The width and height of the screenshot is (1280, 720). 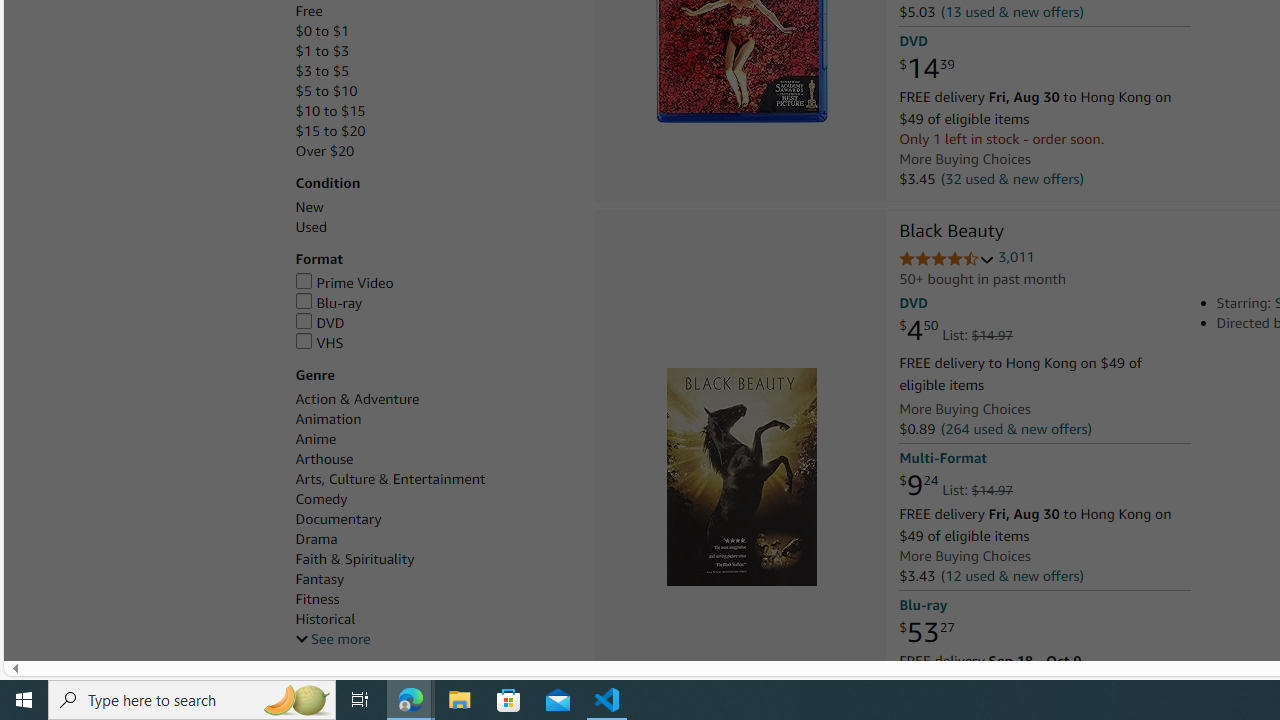 What do you see at coordinates (433, 70) in the screenshot?
I see `'$3 to $5'` at bounding box center [433, 70].